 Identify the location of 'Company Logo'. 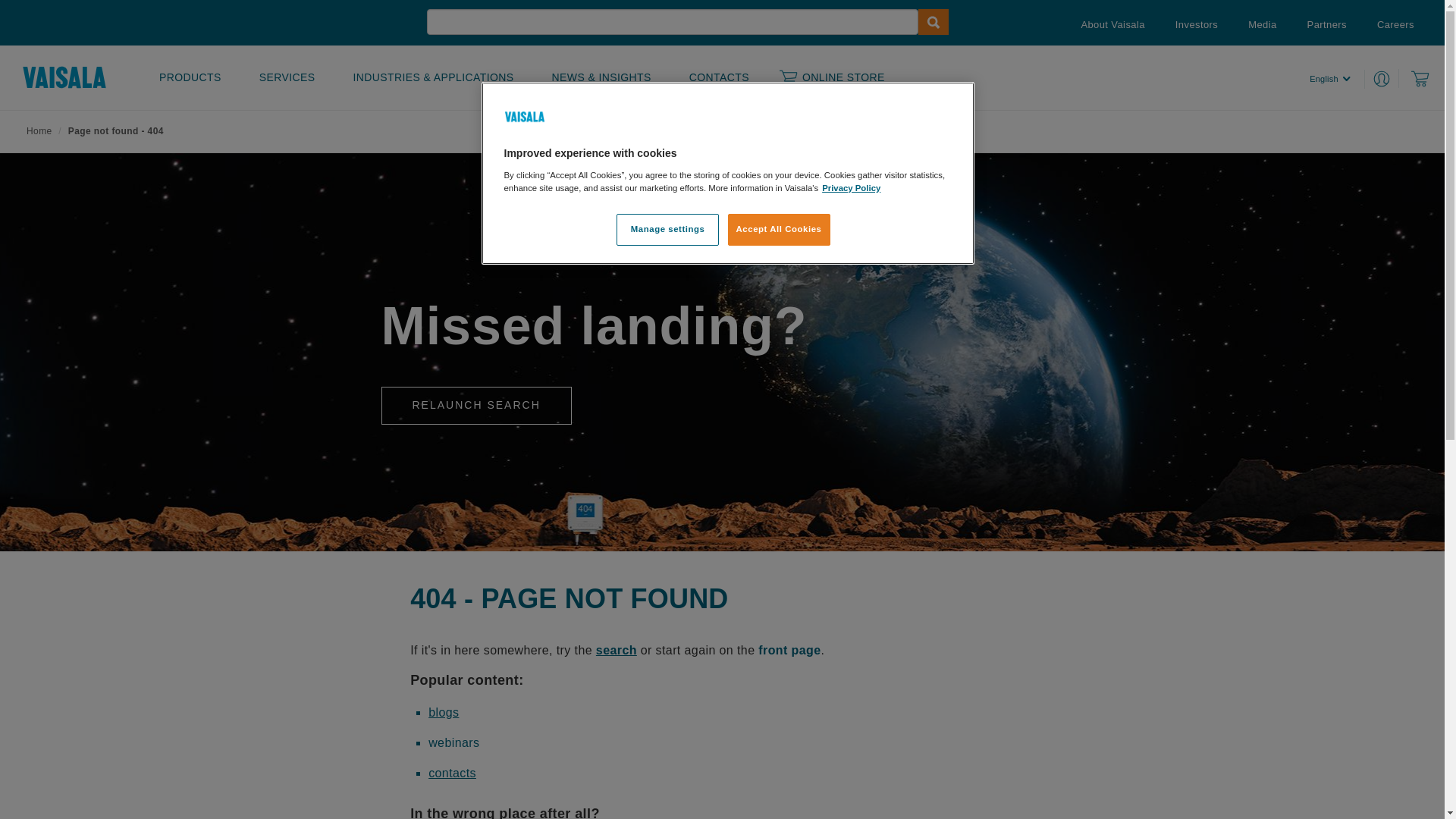
(500, 116).